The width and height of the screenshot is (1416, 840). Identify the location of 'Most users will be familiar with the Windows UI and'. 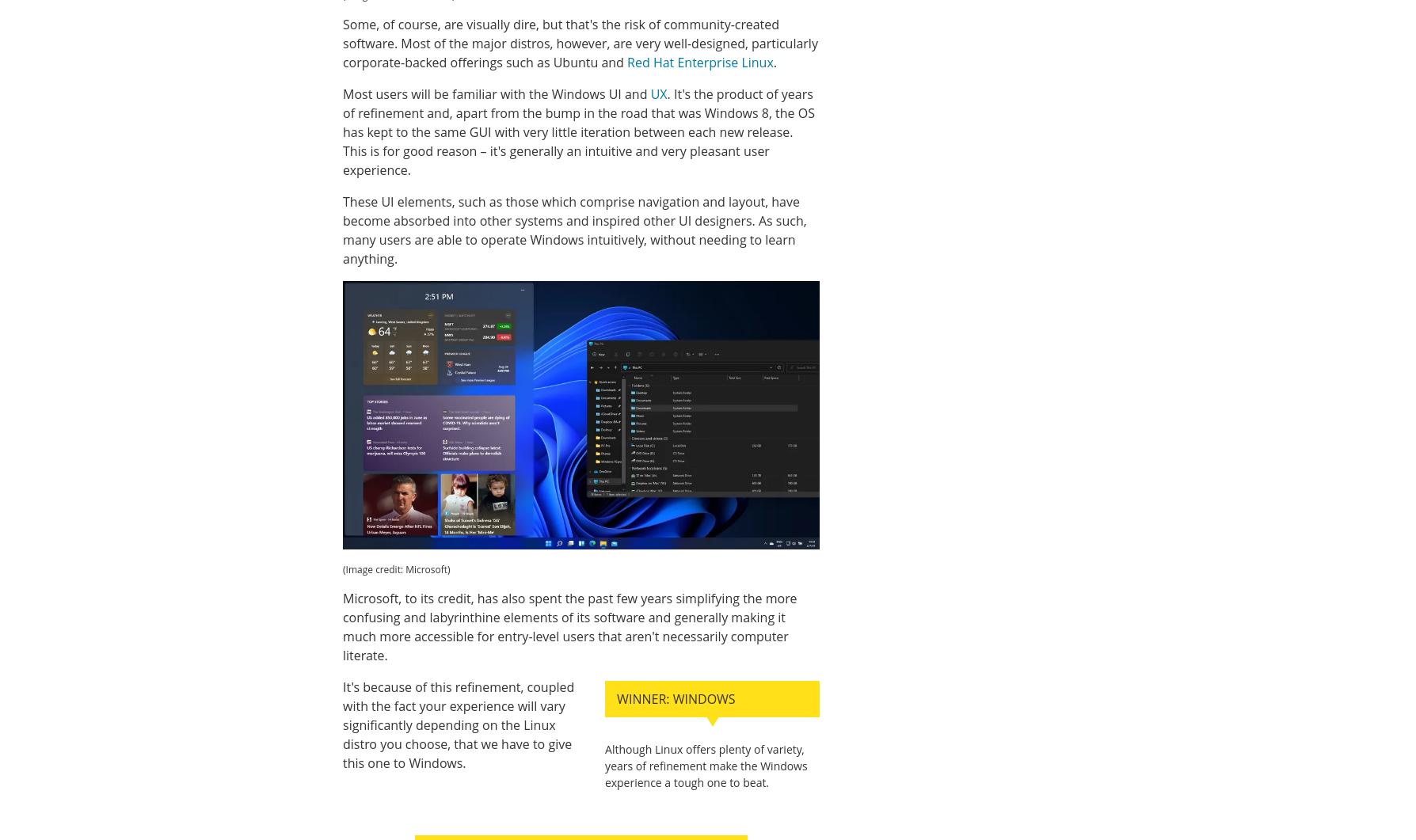
(342, 93).